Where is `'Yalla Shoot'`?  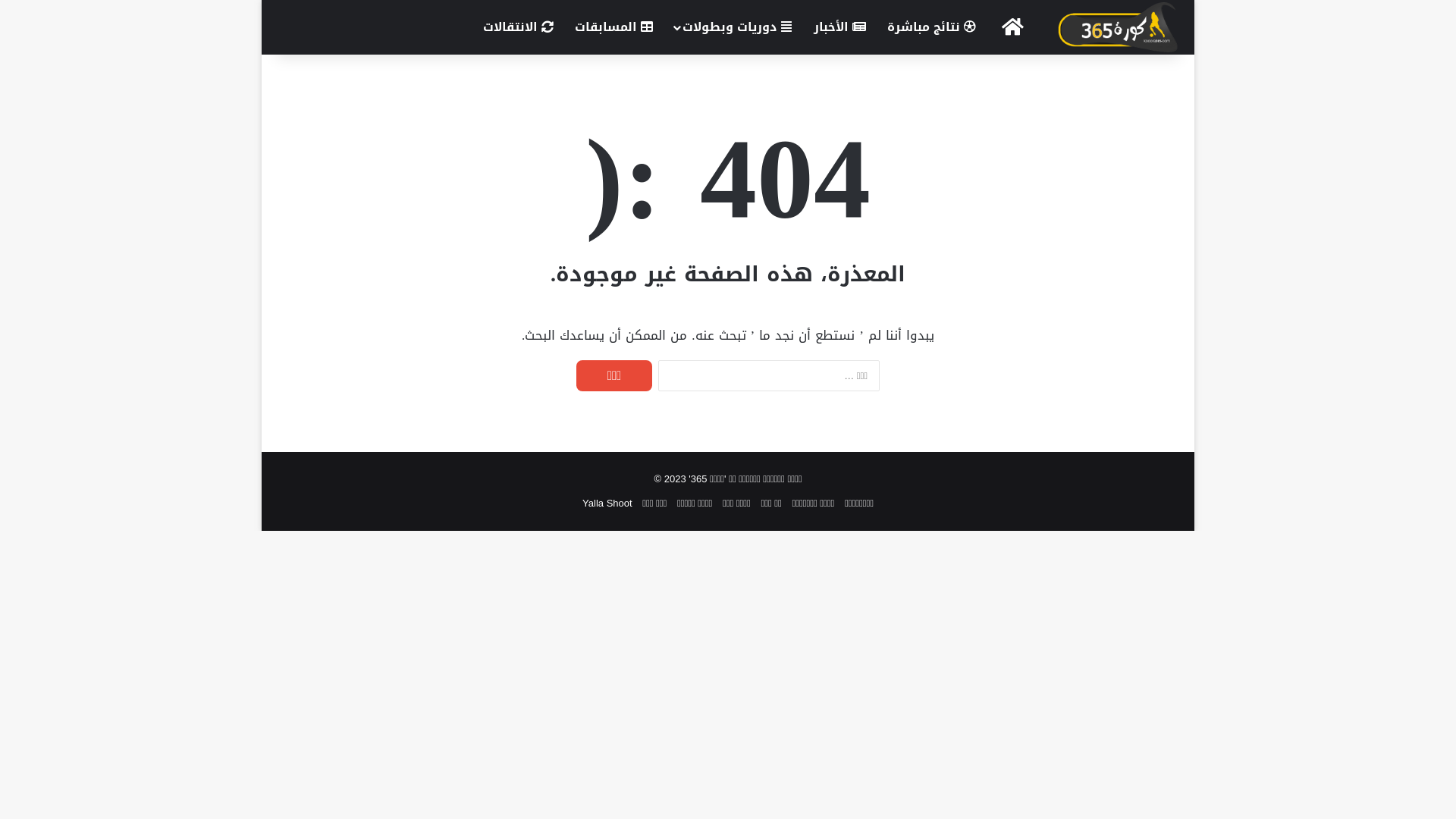
'Yalla Shoot' is located at coordinates (582, 503).